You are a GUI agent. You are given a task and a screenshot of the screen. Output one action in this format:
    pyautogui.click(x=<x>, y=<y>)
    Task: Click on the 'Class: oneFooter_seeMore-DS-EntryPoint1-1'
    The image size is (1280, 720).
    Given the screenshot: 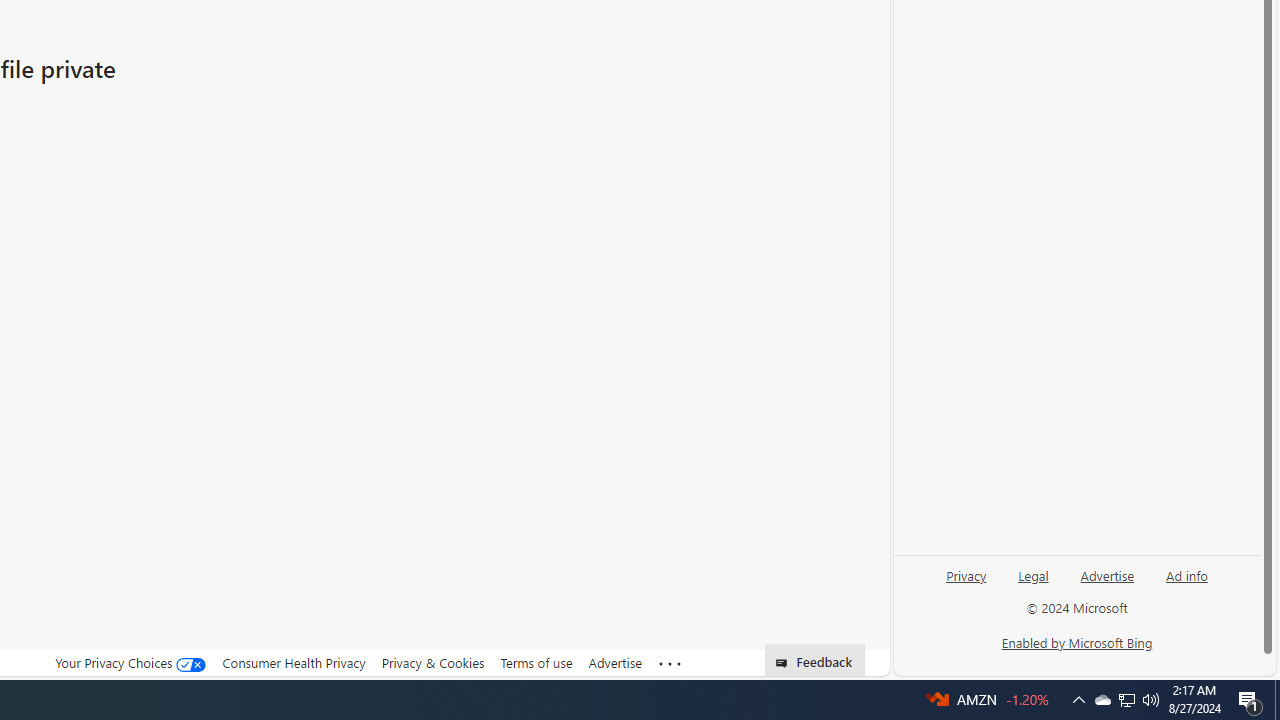 What is the action you would take?
    pyautogui.click(x=670, y=663)
    